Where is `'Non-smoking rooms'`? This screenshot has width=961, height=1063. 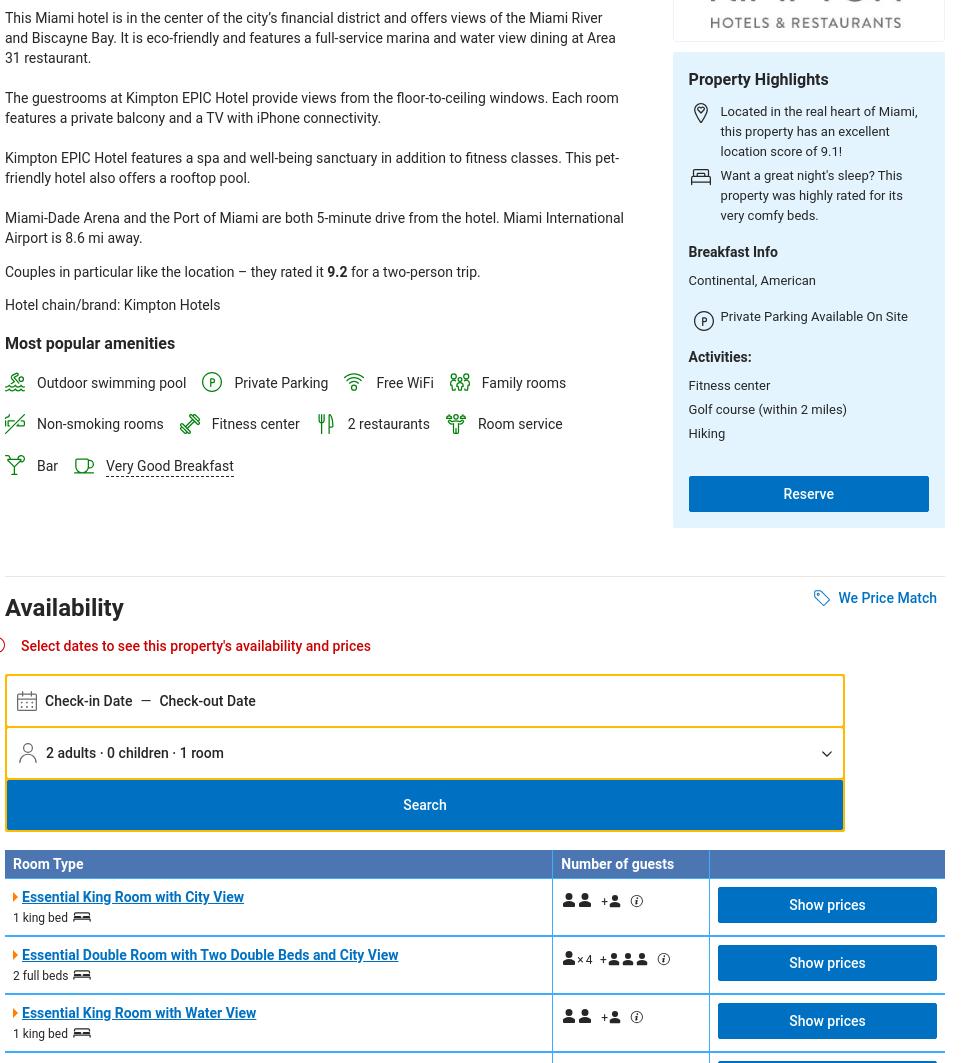 'Non-smoking rooms' is located at coordinates (100, 424).